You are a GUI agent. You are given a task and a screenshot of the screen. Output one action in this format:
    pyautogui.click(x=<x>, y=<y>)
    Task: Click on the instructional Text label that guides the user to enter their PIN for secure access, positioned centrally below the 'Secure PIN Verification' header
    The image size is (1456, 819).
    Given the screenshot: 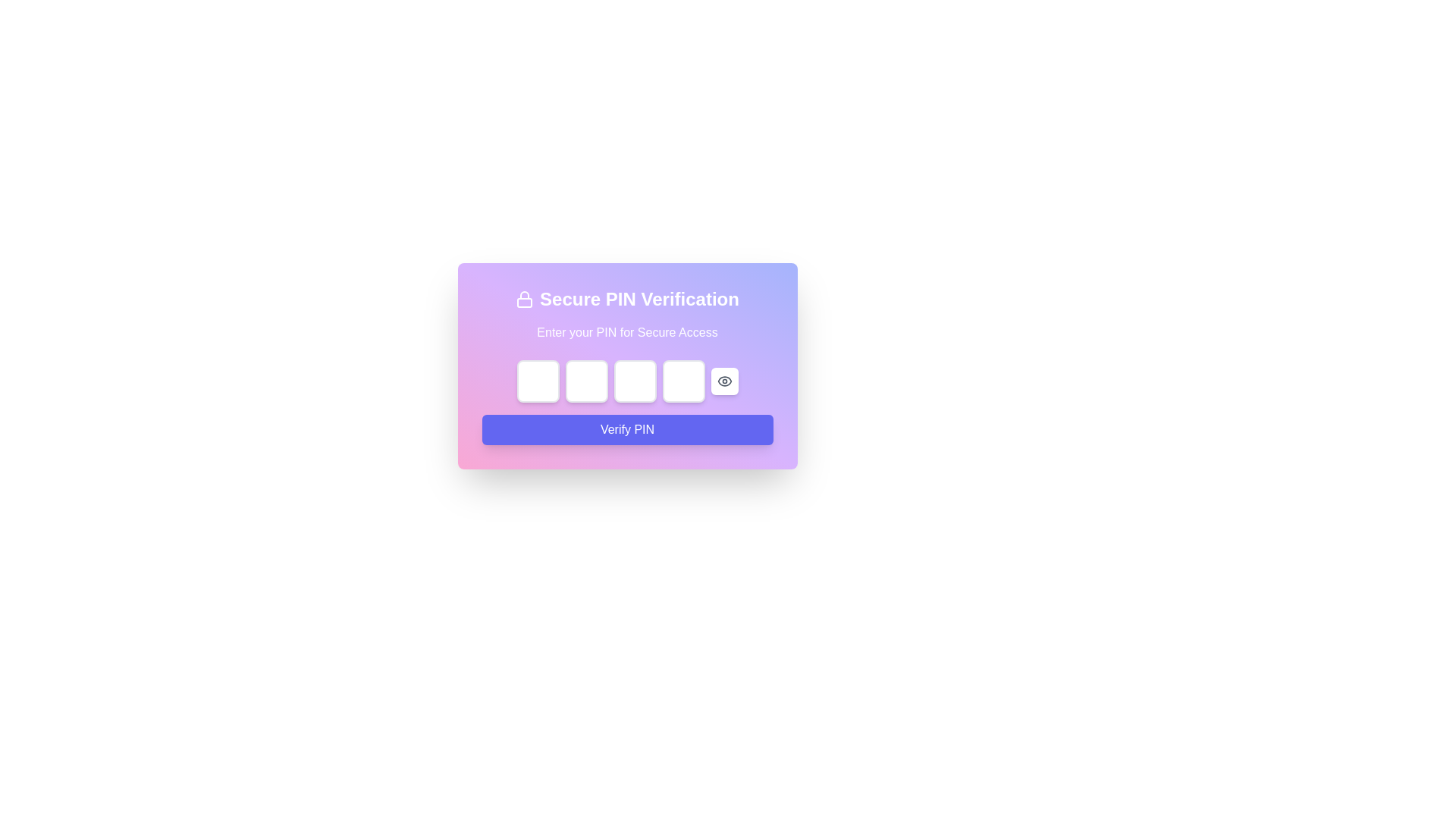 What is the action you would take?
    pyautogui.click(x=627, y=332)
    